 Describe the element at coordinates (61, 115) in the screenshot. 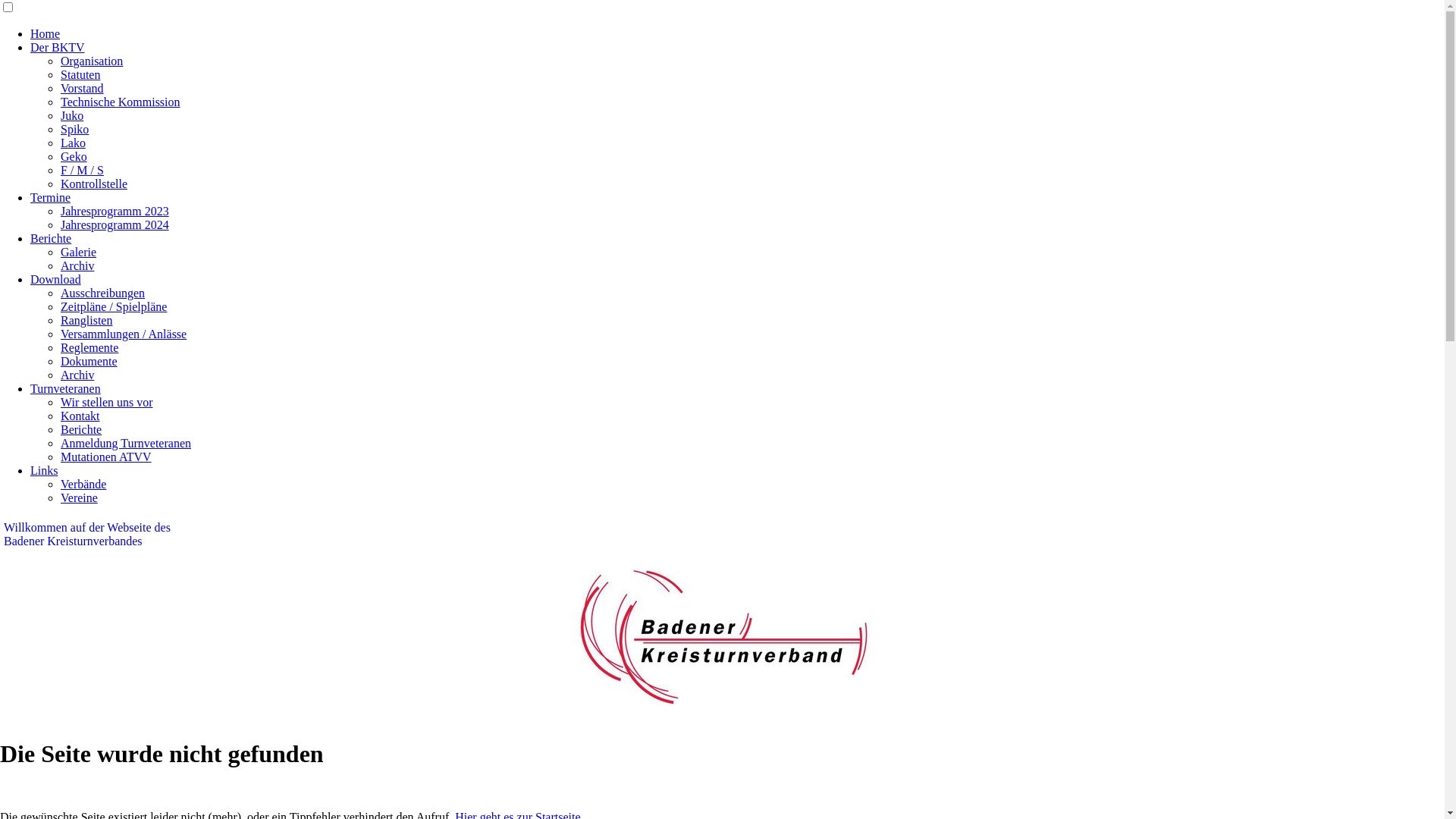

I see `'Juko'` at that location.